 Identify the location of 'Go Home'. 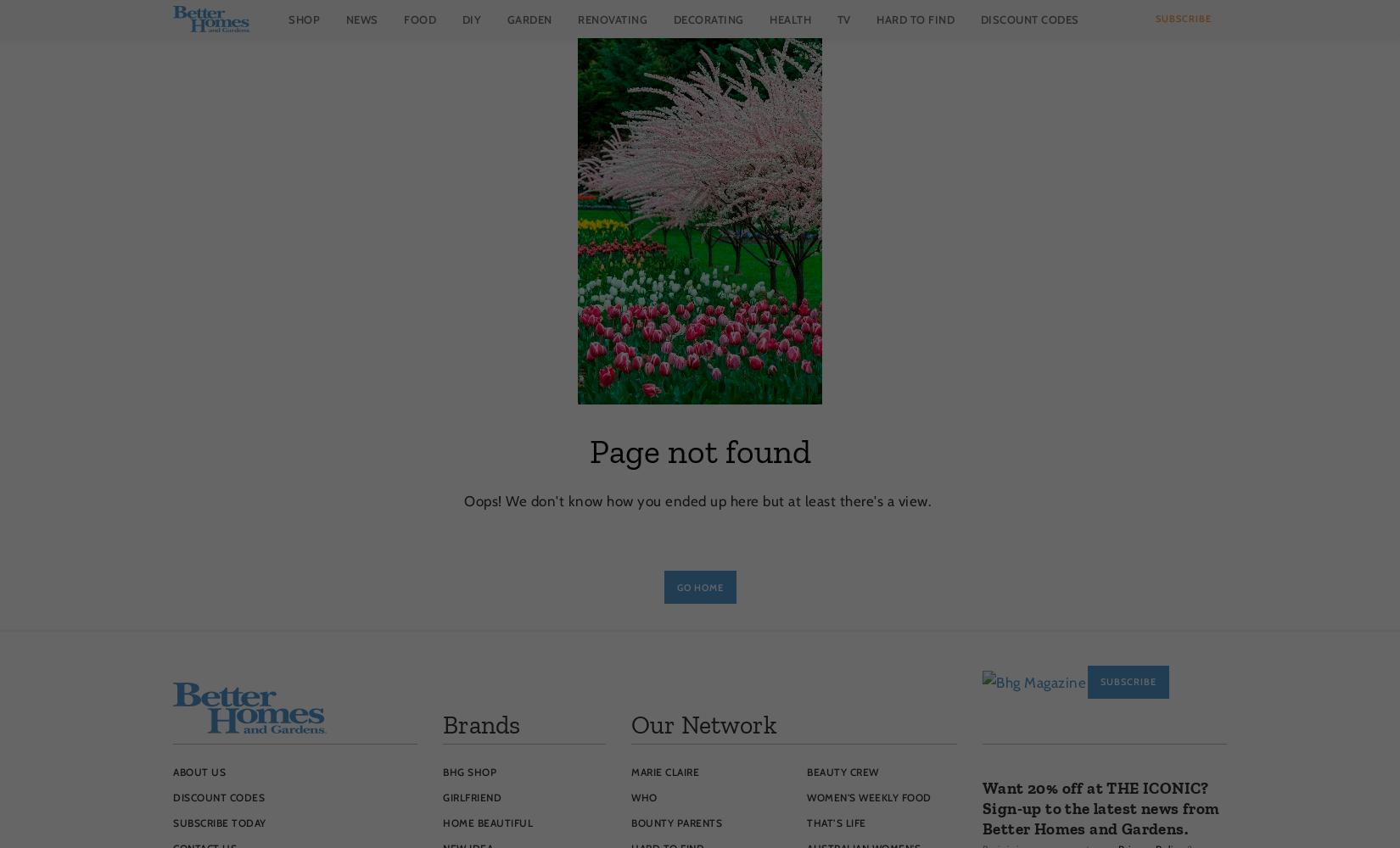
(675, 587).